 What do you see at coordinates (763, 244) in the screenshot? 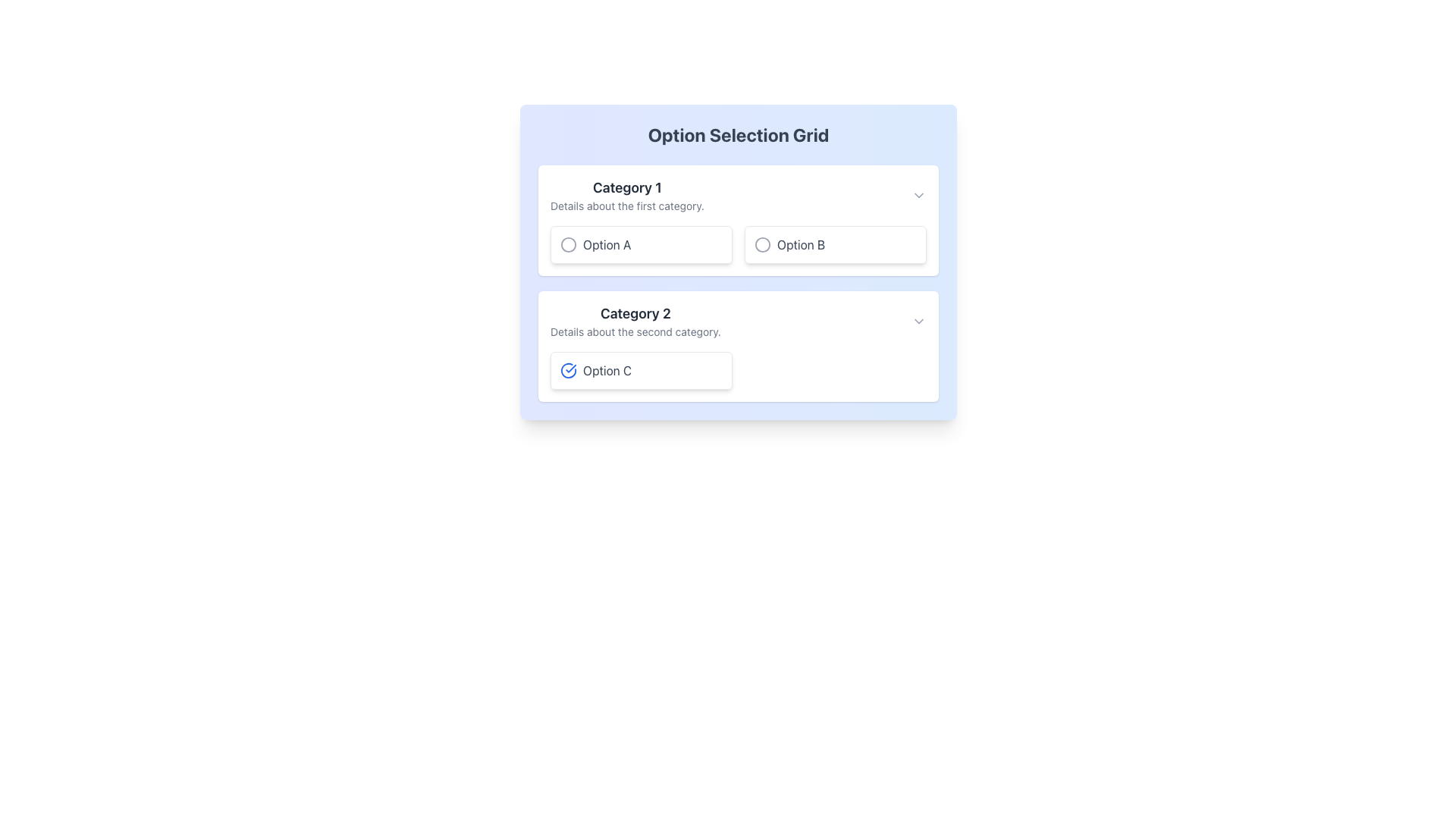
I see `the inner circular graphic element of the SVG circle group, which is styled with a gray color and is located inside the selection box labeled 'Option B' in the upper-right section of the second content group under 'Category 1'` at bounding box center [763, 244].